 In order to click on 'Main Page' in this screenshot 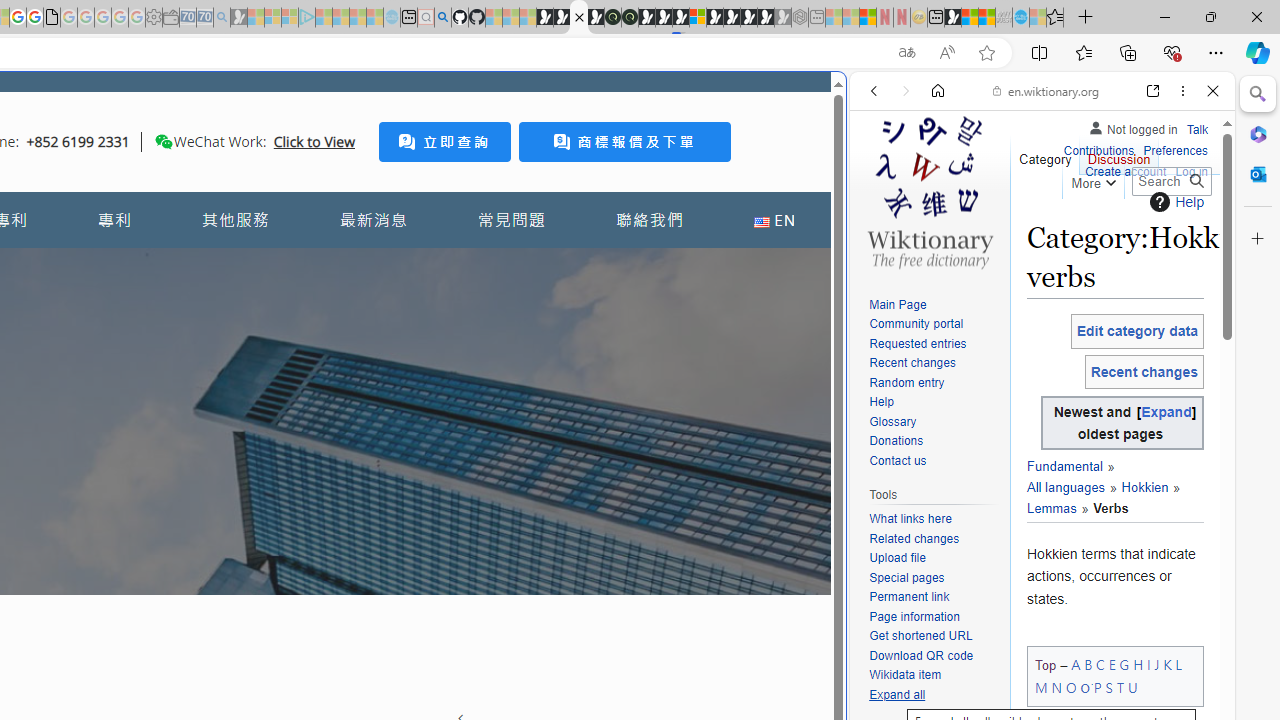, I will do `click(934, 305)`.